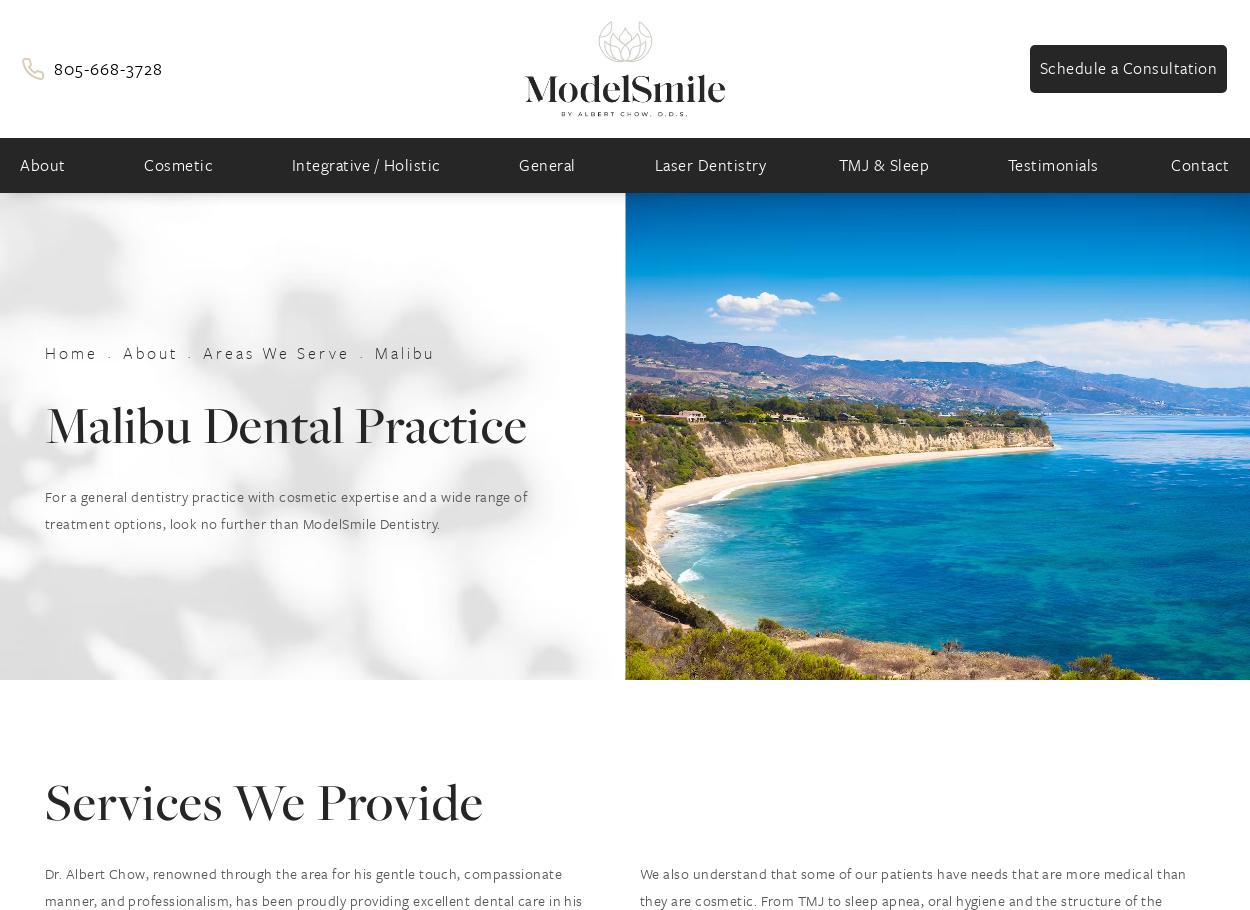  I want to click on 'Malibu', so click(405, 350).